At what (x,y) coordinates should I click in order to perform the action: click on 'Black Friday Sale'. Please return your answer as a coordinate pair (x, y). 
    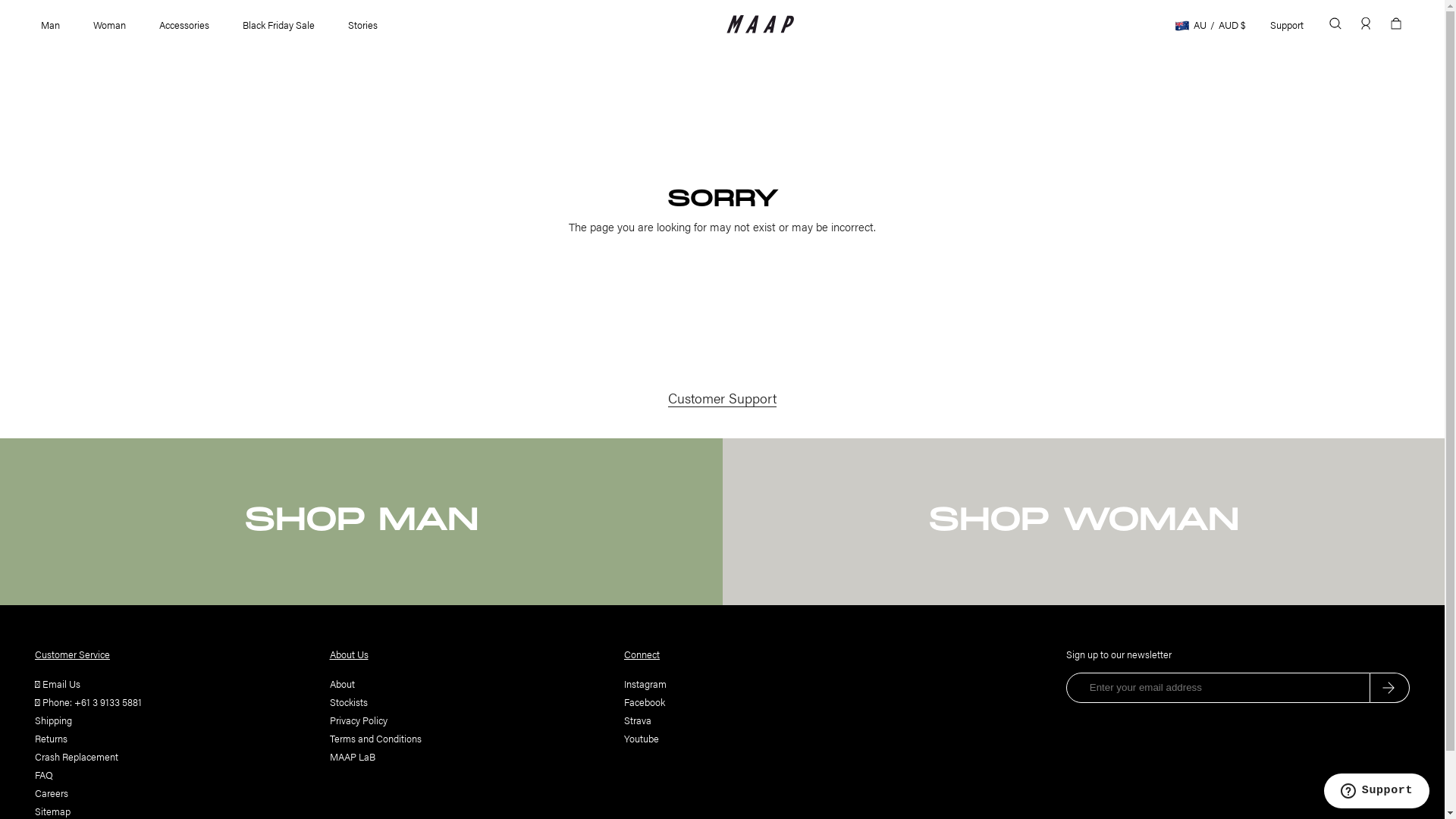
    Looking at the image, I should click on (278, 24).